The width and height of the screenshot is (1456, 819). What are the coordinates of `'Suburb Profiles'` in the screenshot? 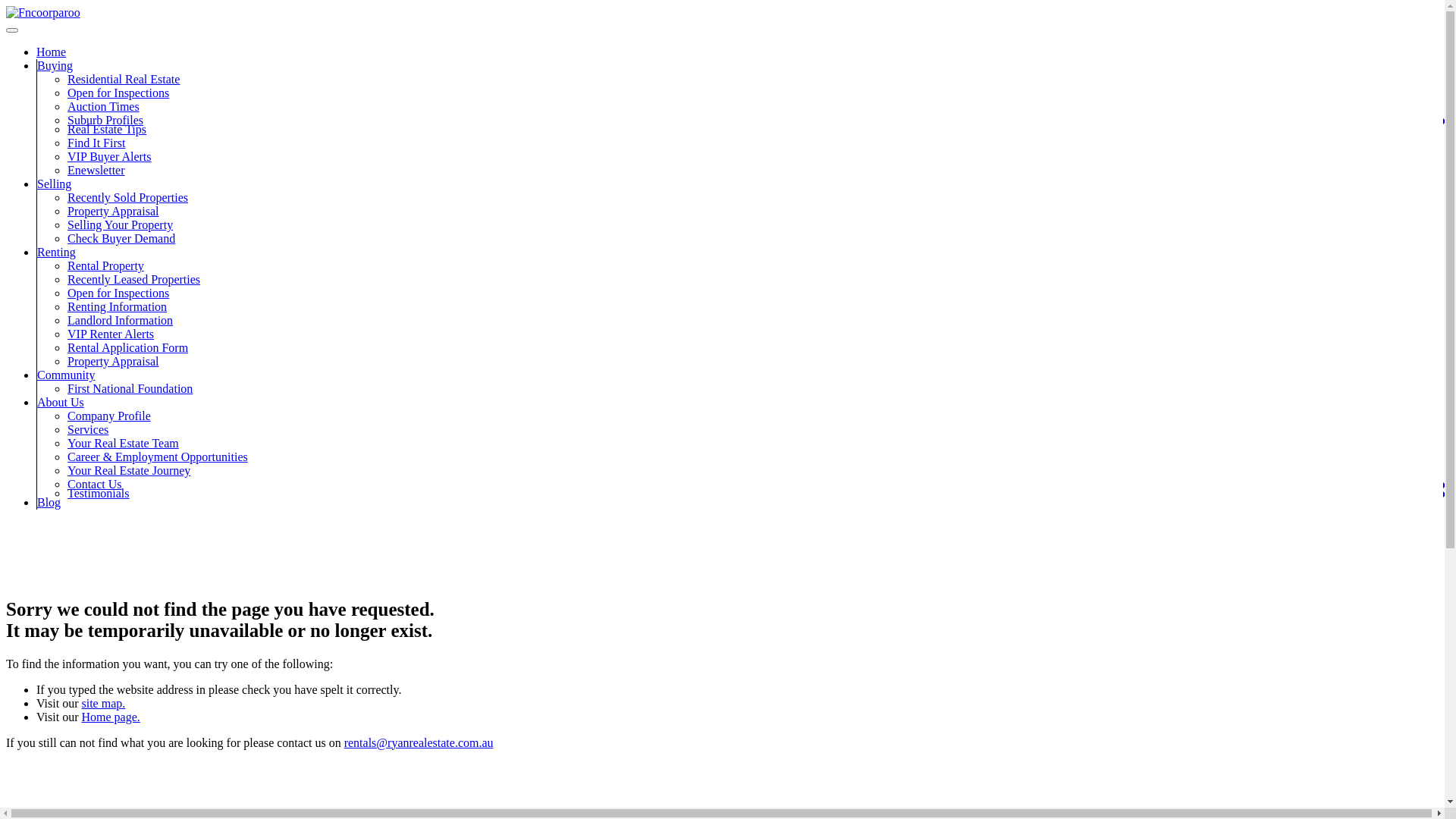 It's located at (105, 119).